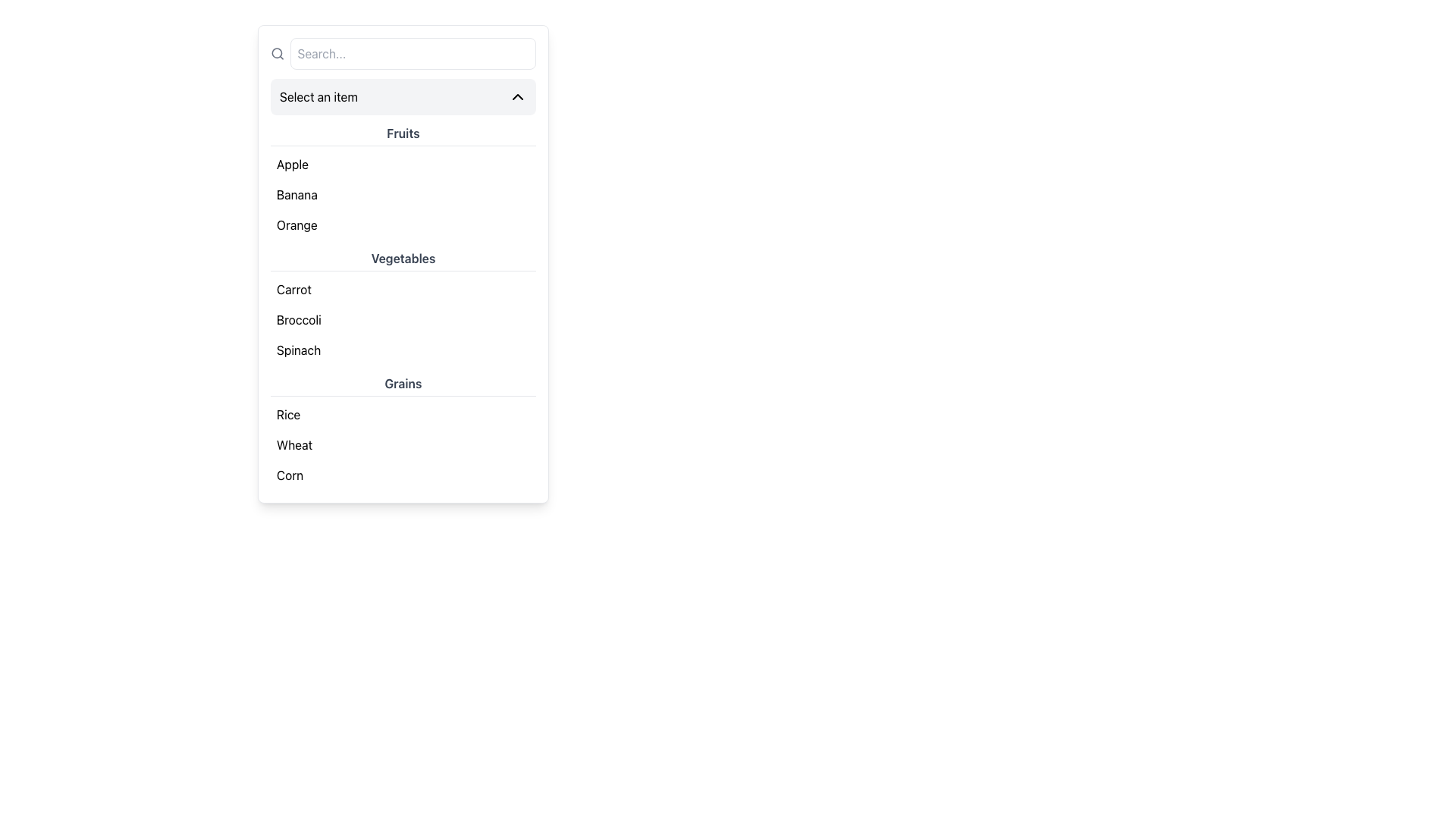  What do you see at coordinates (403, 444) in the screenshot?
I see `the dropdown menu option for 'Wheat', which is the second item in the vertical list under the 'Grains' section` at bounding box center [403, 444].